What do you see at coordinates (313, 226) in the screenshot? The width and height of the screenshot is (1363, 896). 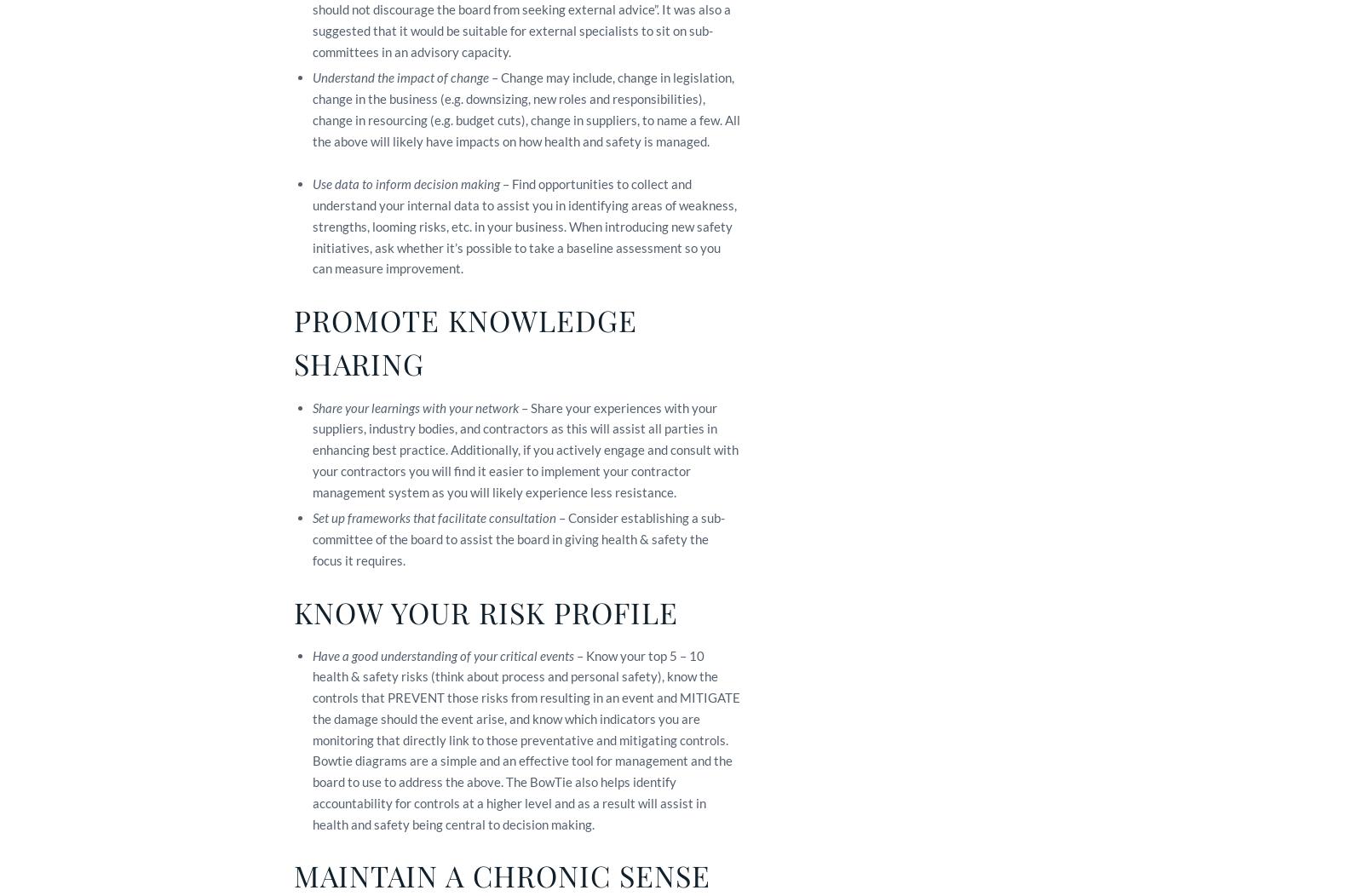 I see `'– Find opportunities to collect and understand your internal data to assist you in identifying areas of weakness, strengths, looming risks, etc. in your business. When introducing new safety initiatives, ask whether it’s possible to take a baseline assessment so you can measure improvement.'` at bounding box center [313, 226].